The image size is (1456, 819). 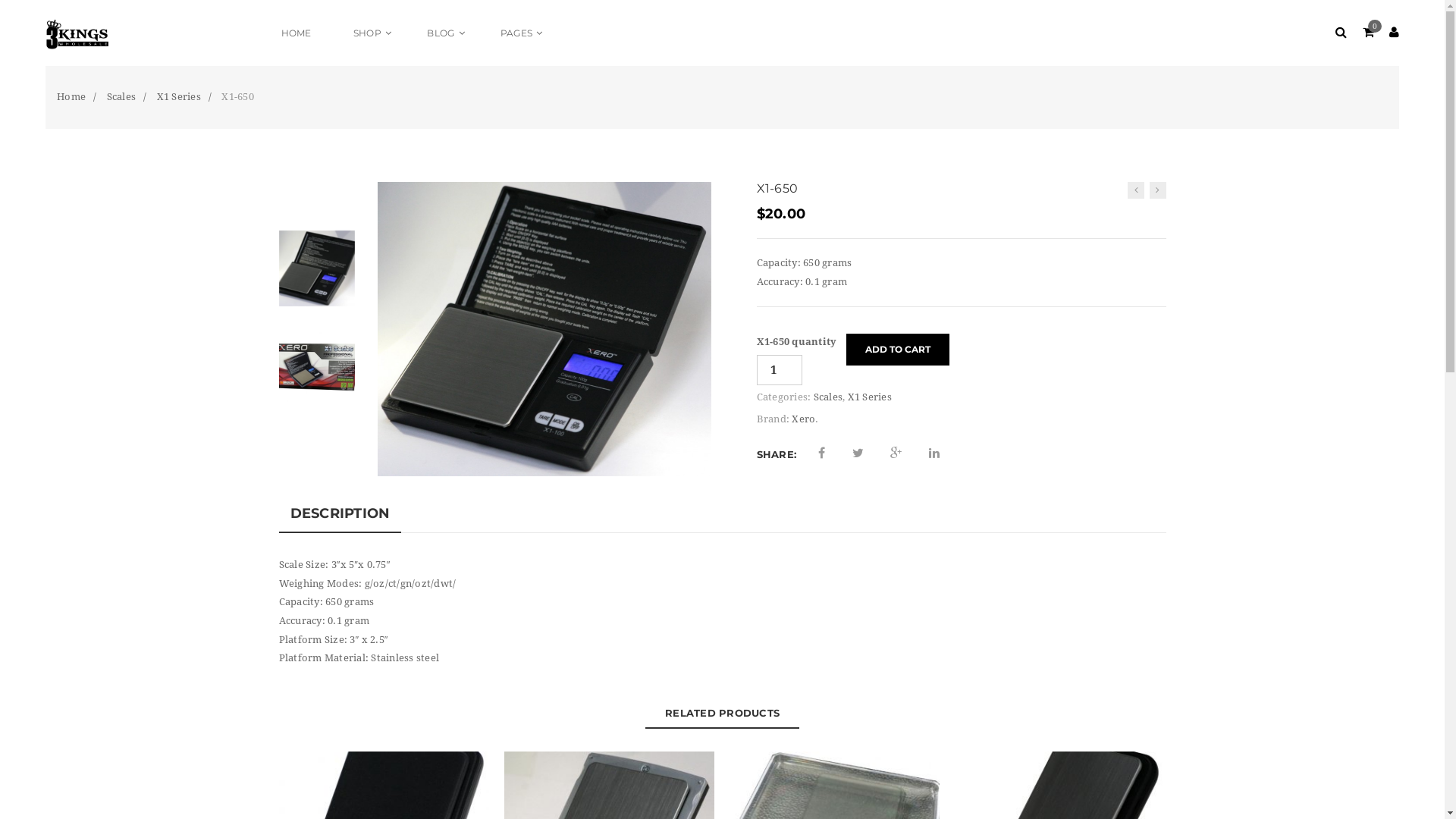 What do you see at coordinates (896, 452) in the screenshot?
I see `'Share on Google +'` at bounding box center [896, 452].